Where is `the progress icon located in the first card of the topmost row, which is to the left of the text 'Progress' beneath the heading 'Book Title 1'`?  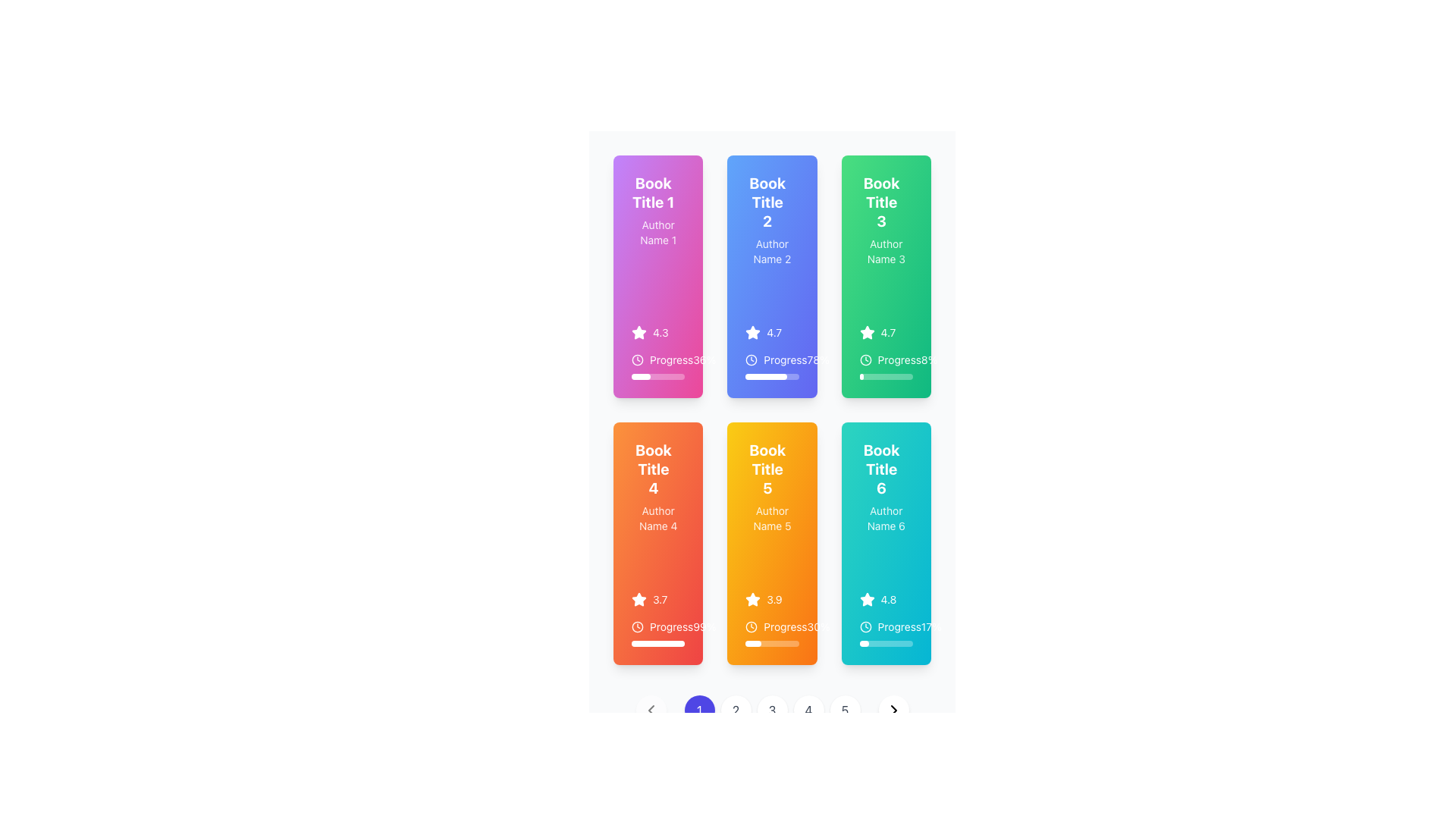 the progress icon located in the first card of the topmost row, which is to the left of the text 'Progress' beneath the heading 'Book Title 1' is located at coordinates (637, 359).